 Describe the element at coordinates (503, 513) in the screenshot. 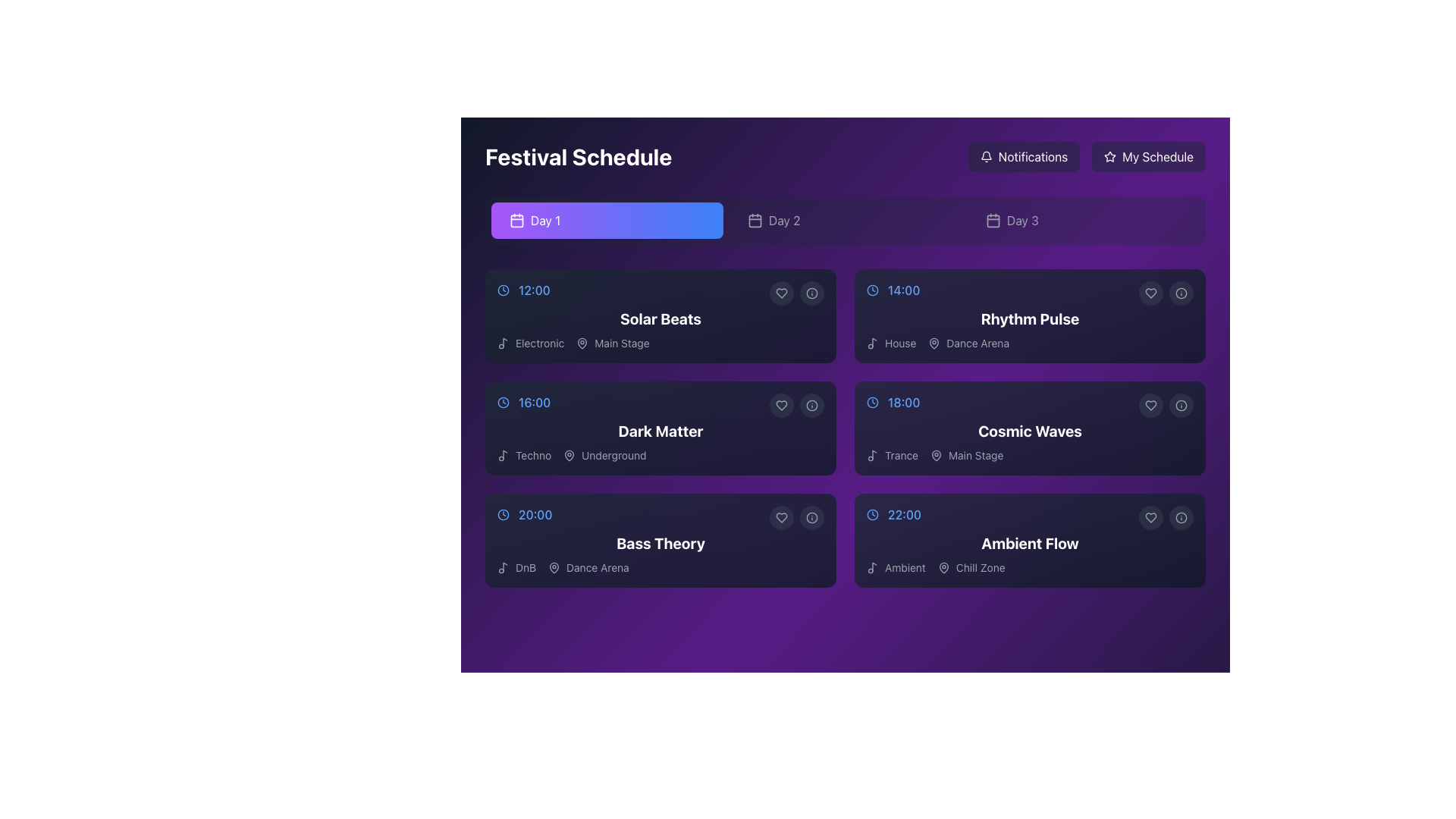

I see `the blue circular outline of the clock icon positioned next to the '20:00' time label under the 'Bass Theory' performance in the schedule` at that location.